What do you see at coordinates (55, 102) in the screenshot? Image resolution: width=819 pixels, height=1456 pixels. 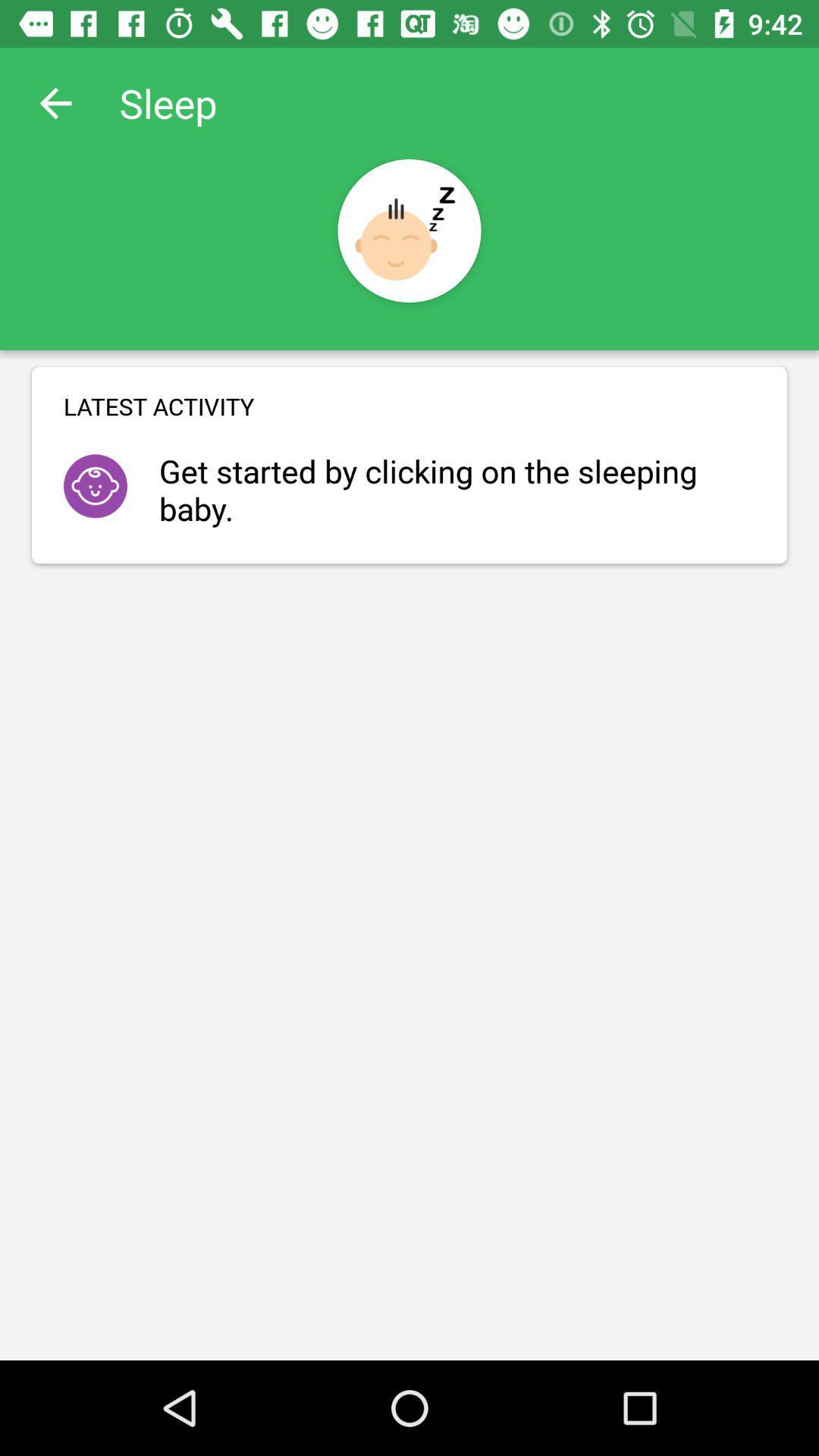 I see `the icon to the left of sleep` at bounding box center [55, 102].